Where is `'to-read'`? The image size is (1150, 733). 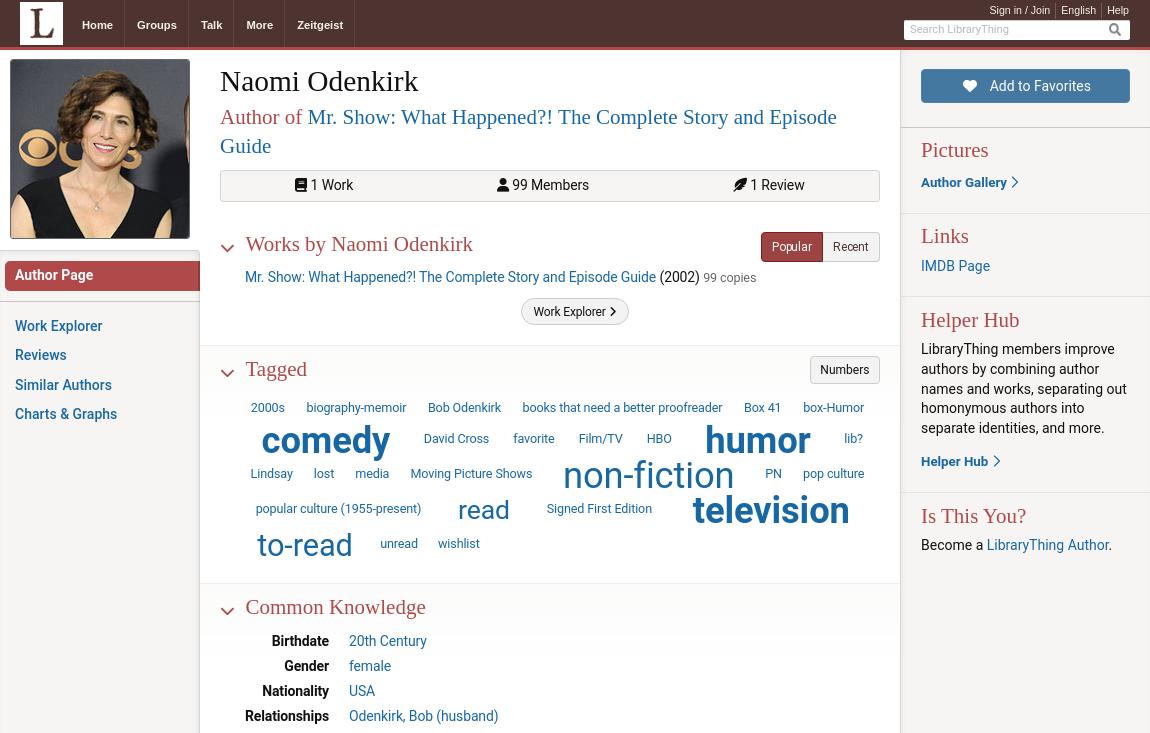 'to-read' is located at coordinates (304, 545).